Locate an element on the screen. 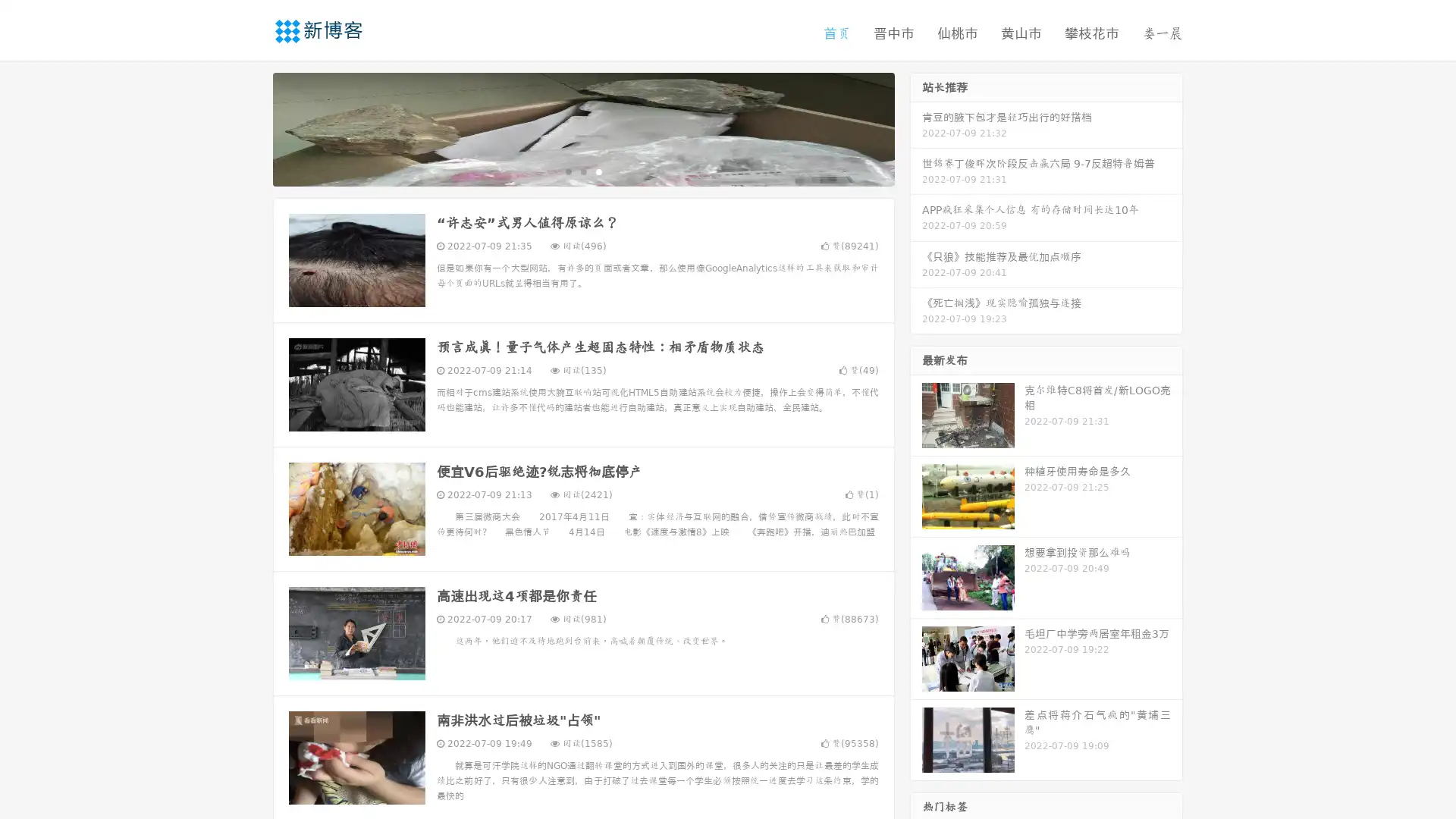 Image resolution: width=1456 pixels, height=819 pixels. Previous slide is located at coordinates (250, 127).